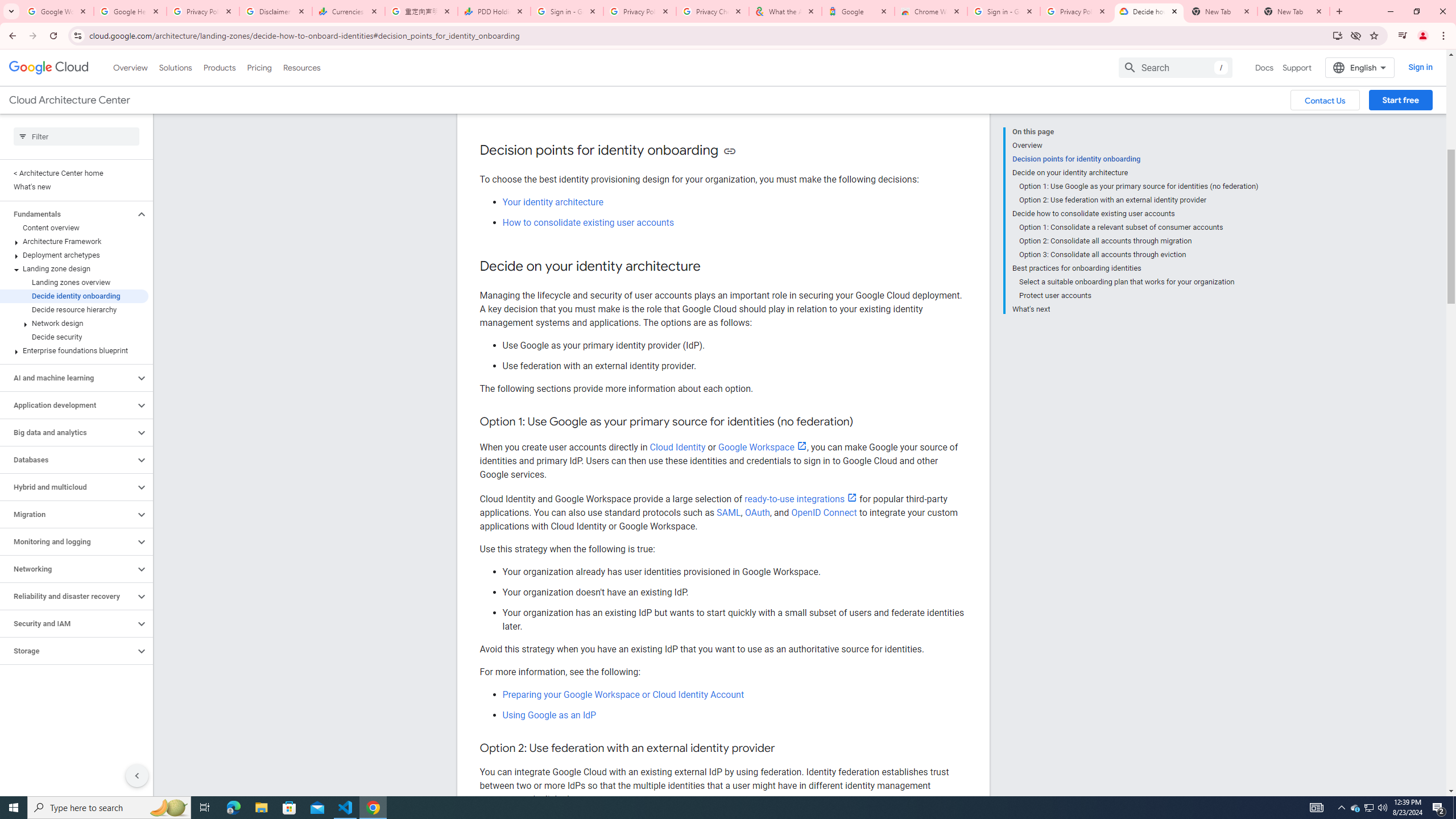  Describe the element at coordinates (218, 67) in the screenshot. I see `'Products'` at that location.